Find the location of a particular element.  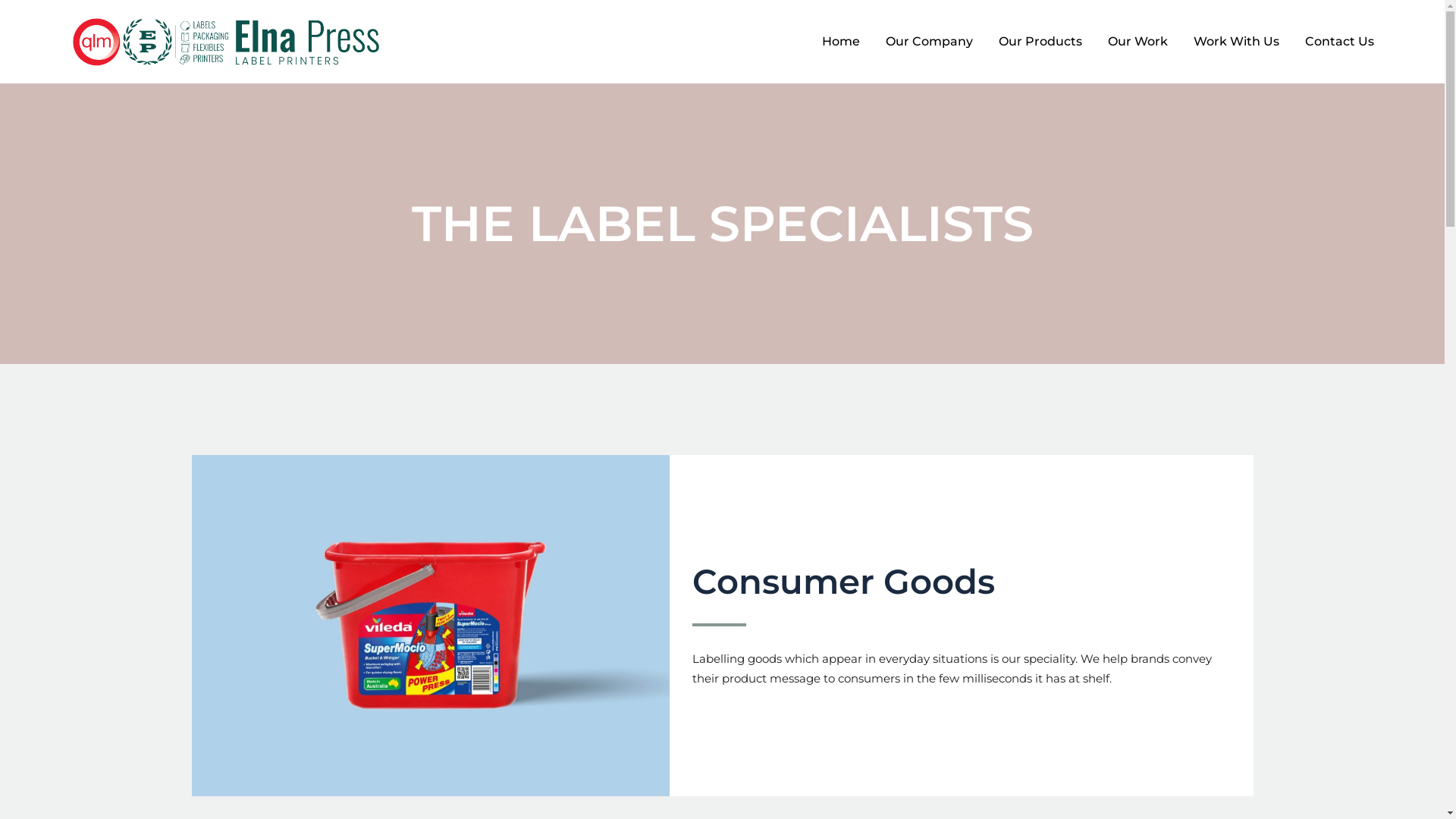

'Our Work' is located at coordinates (1095, 40).